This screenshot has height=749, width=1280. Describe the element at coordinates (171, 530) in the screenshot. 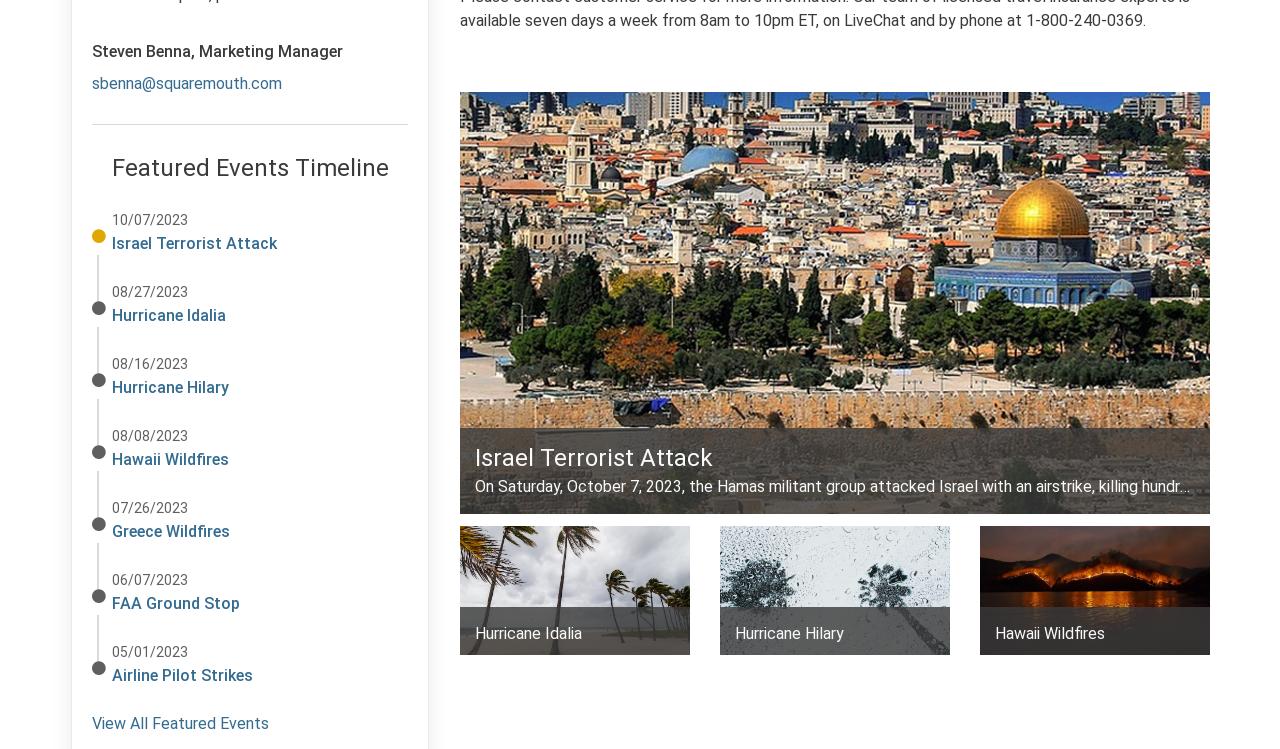

I see `'Greece Wildfires'` at that location.